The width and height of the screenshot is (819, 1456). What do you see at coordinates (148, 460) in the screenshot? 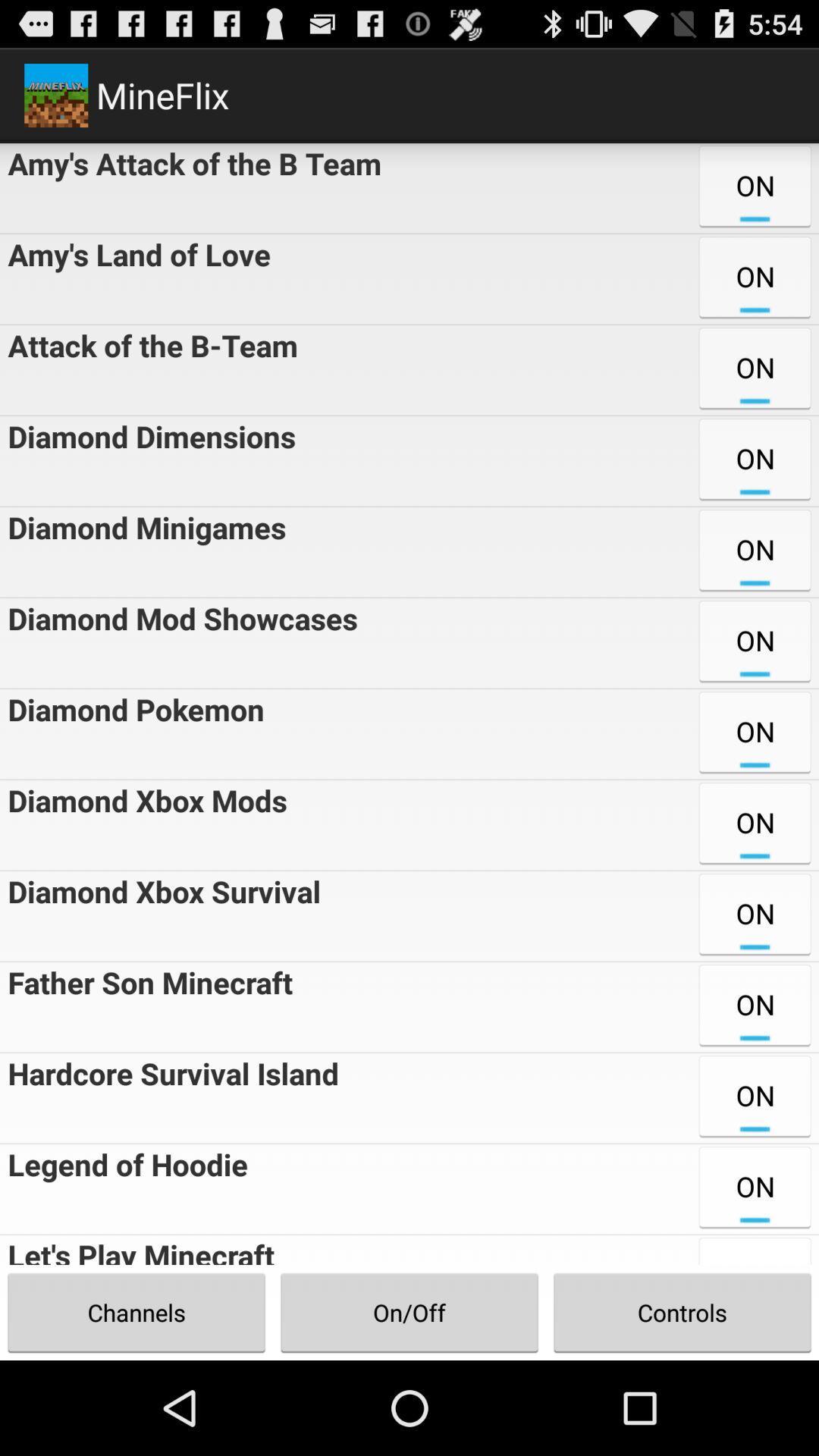
I see `item to the left of on` at bounding box center [148, 460].